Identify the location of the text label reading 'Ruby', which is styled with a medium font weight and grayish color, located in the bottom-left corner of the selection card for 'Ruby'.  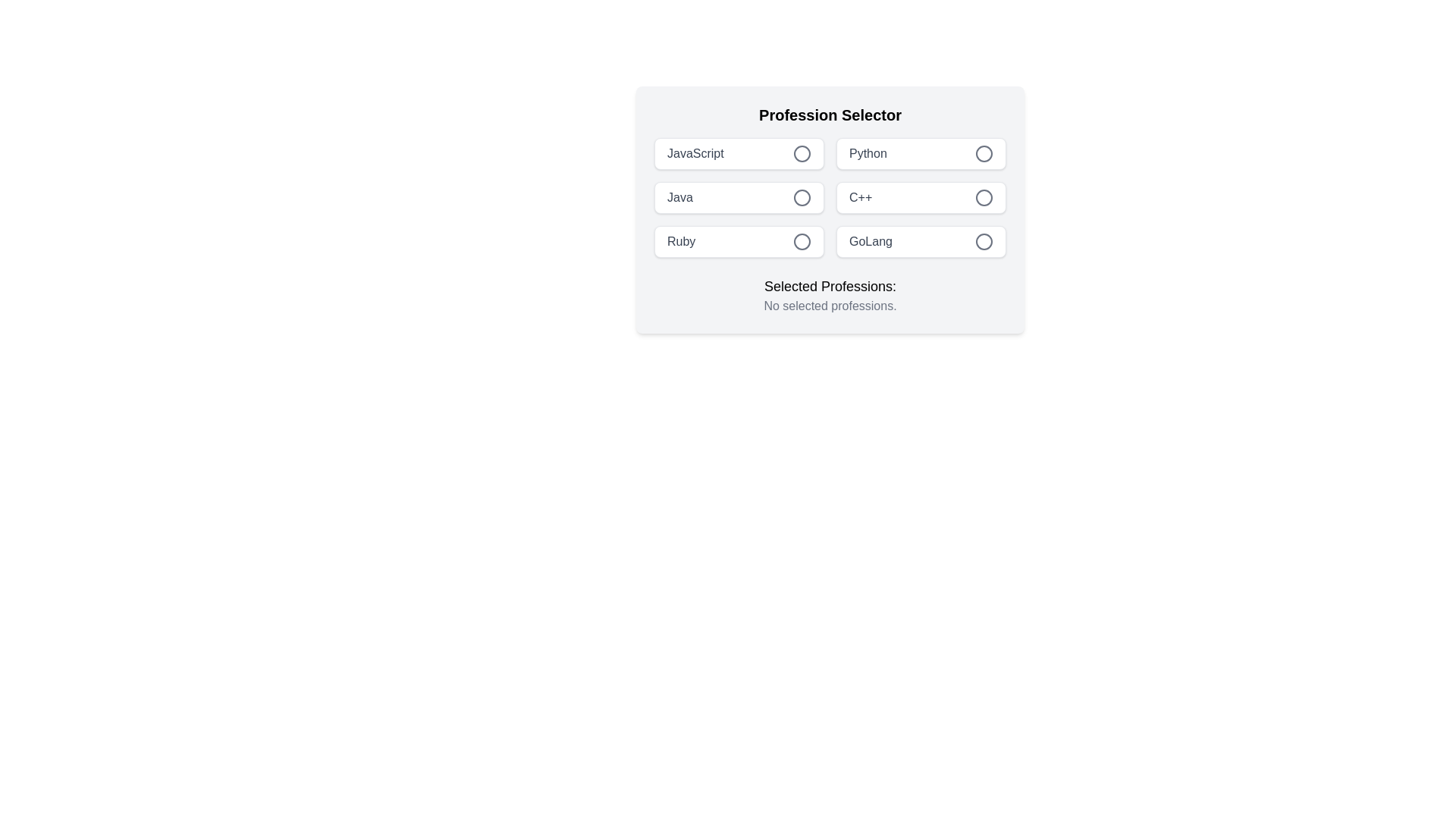
(680, 241).